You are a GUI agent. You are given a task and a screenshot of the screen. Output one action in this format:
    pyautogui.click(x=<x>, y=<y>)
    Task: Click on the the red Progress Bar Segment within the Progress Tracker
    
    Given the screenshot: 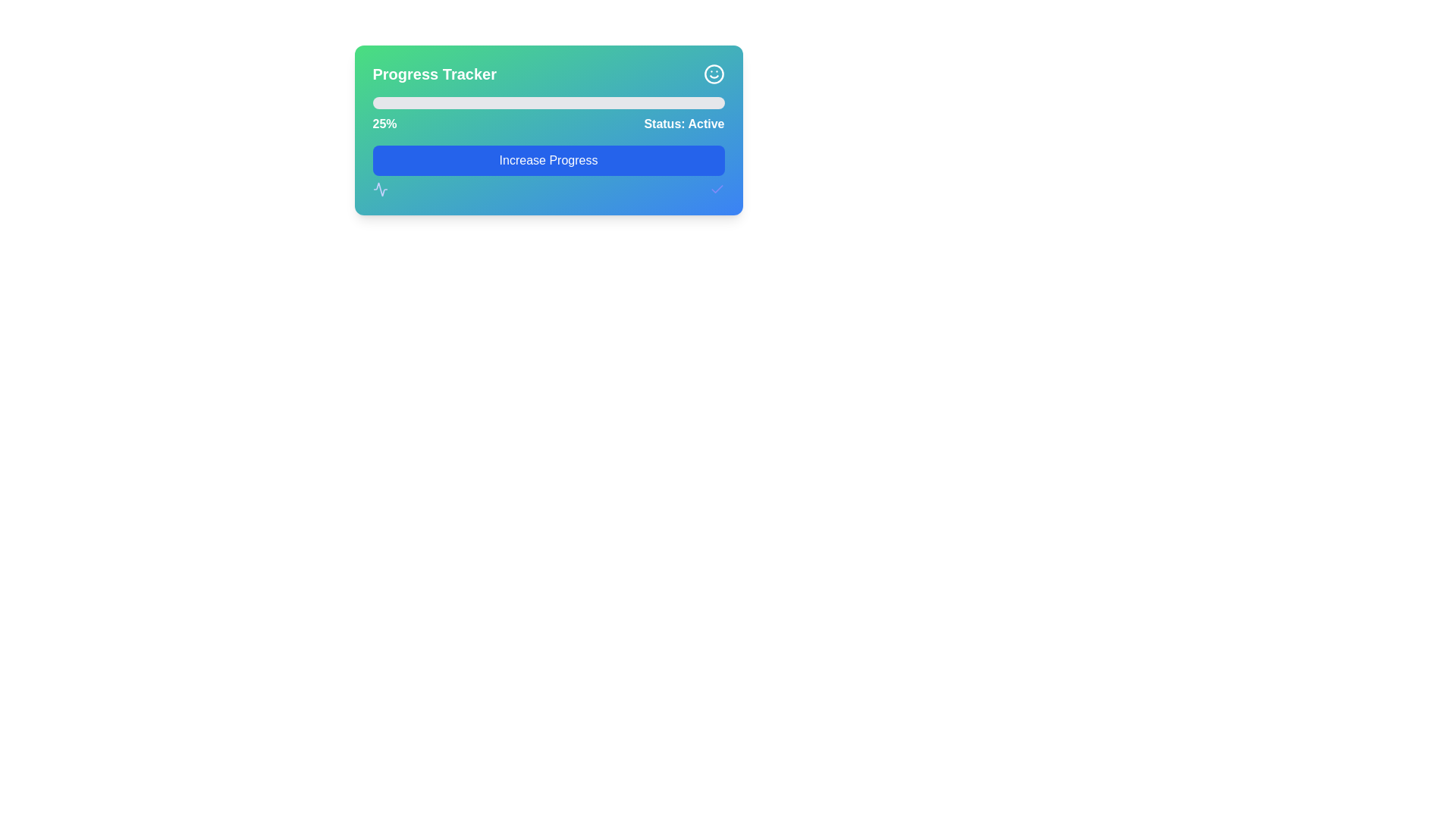 What is the action you would take?
    pyautogui.click(x=416, y=102)
    